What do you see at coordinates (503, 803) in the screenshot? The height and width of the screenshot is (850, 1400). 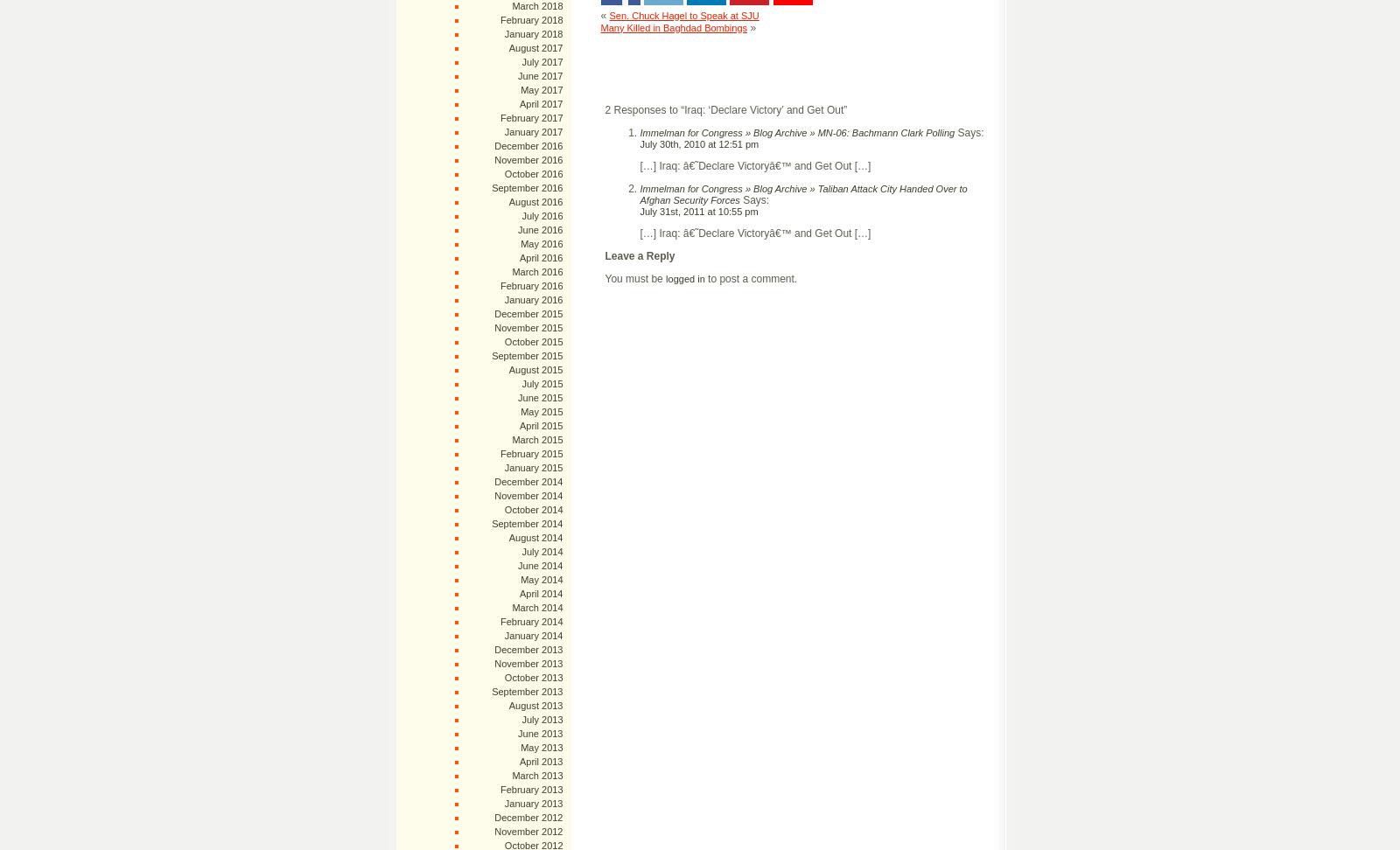 I see `'January 2013'` at bounding box center [503, 803].